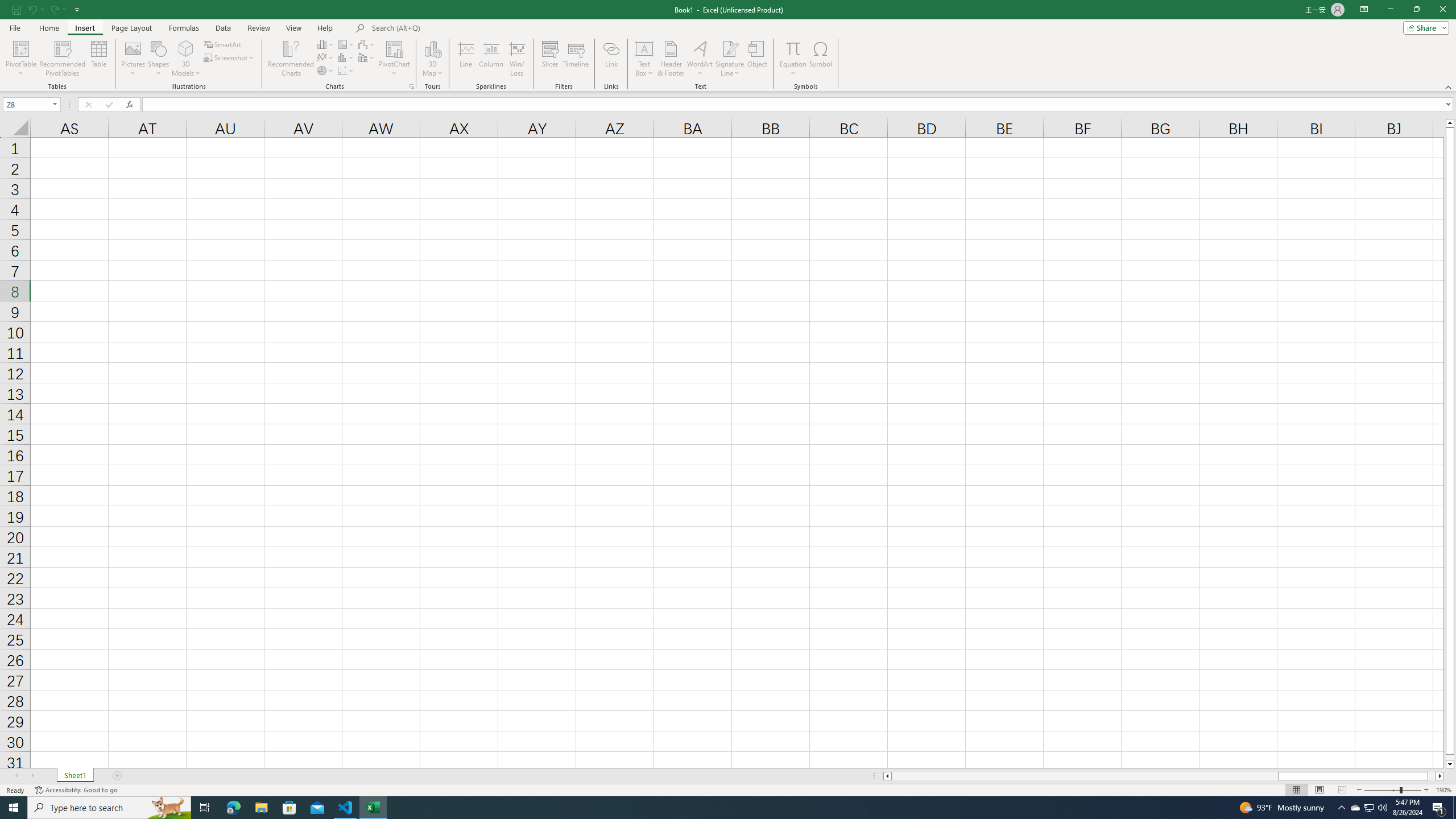  Describe the element at coordinates (432, 59) in the screenshot. I see `'3D Map'` at that location.